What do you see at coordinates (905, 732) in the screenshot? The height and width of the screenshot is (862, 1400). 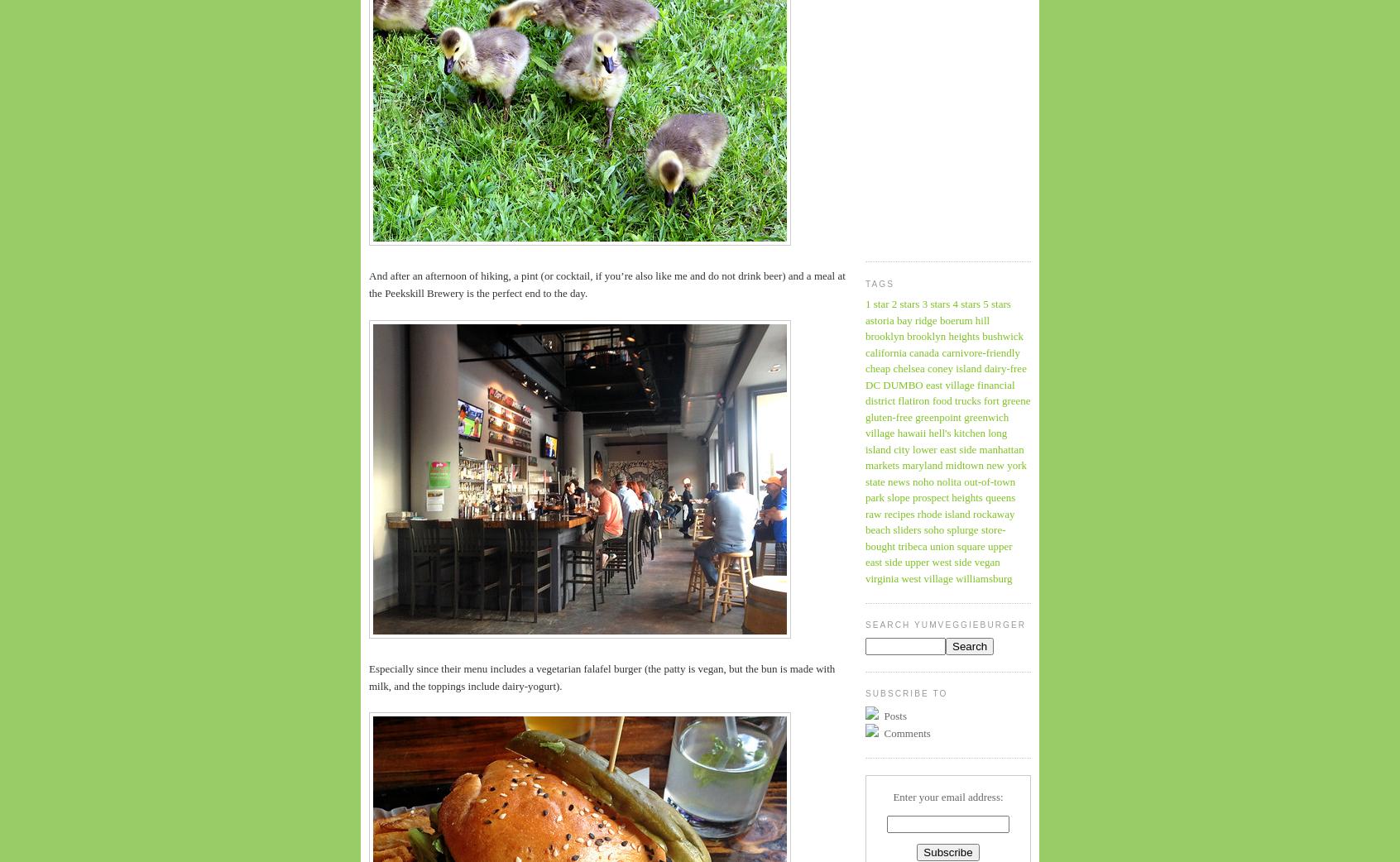 I see `'Comments'` at bounding box center [905, 732].